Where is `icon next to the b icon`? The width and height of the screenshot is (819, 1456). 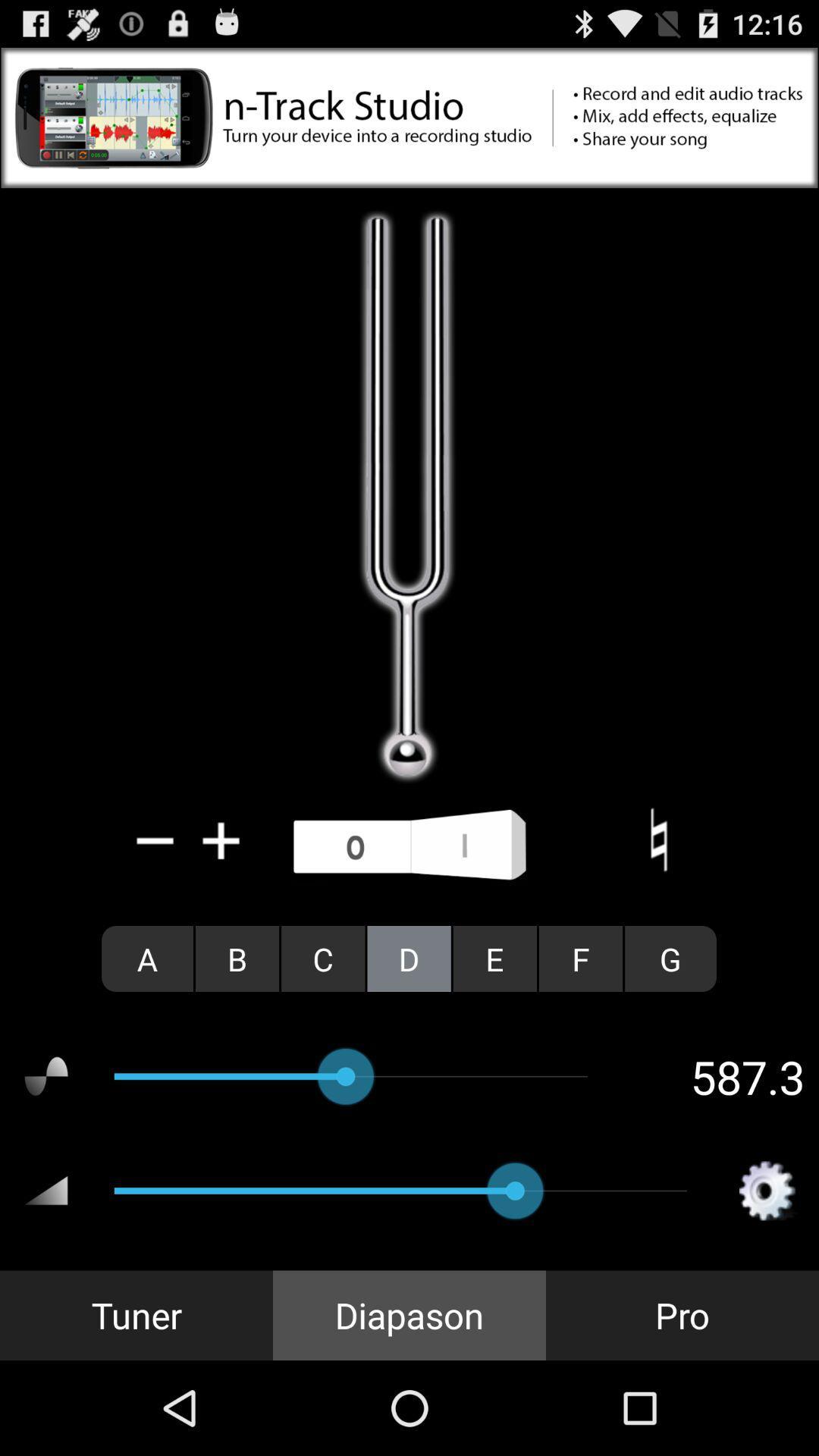 icon next to the b icon is located at coordinates (322, 958).